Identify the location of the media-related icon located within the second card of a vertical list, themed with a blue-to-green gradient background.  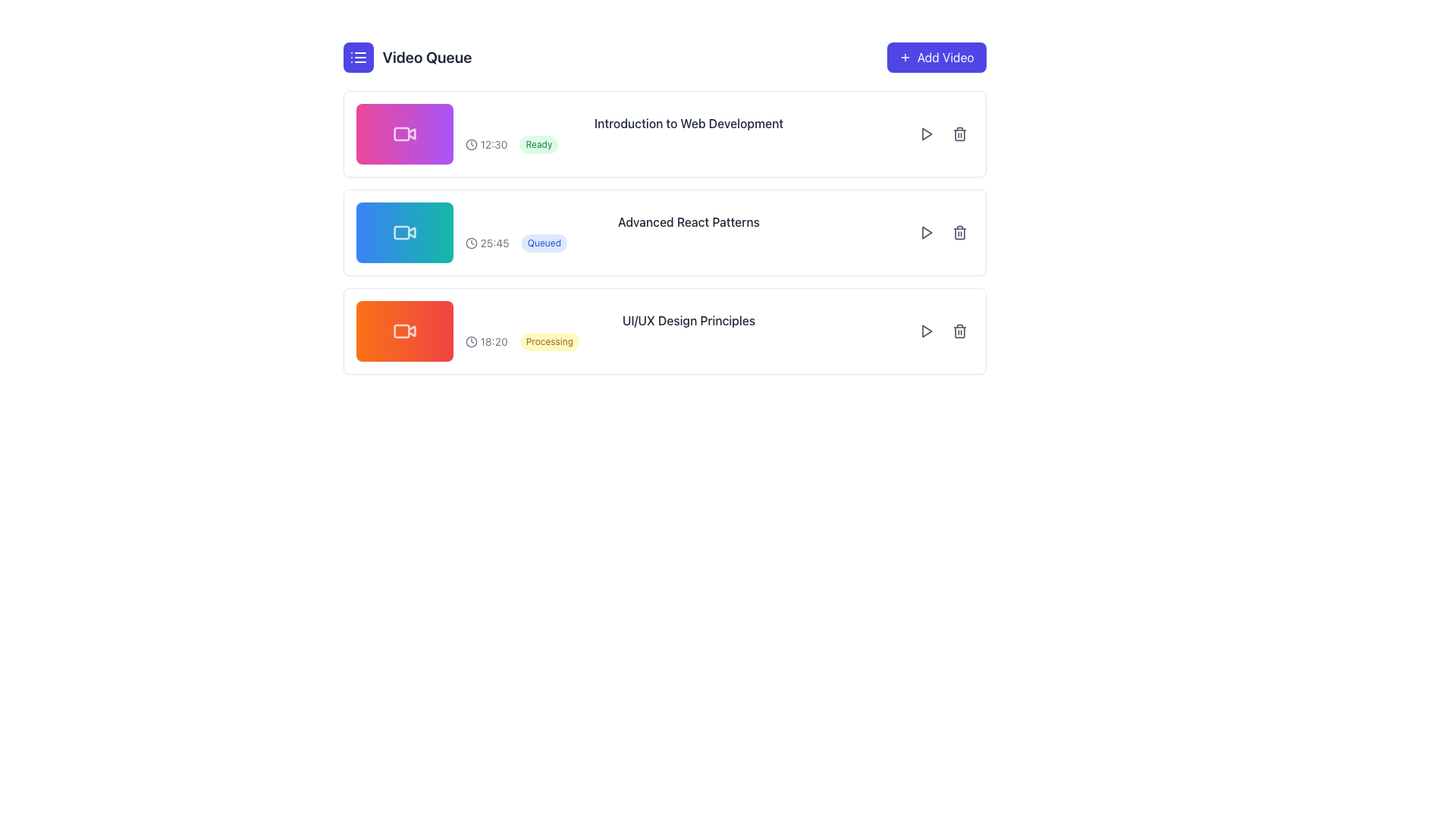
(404, 233).